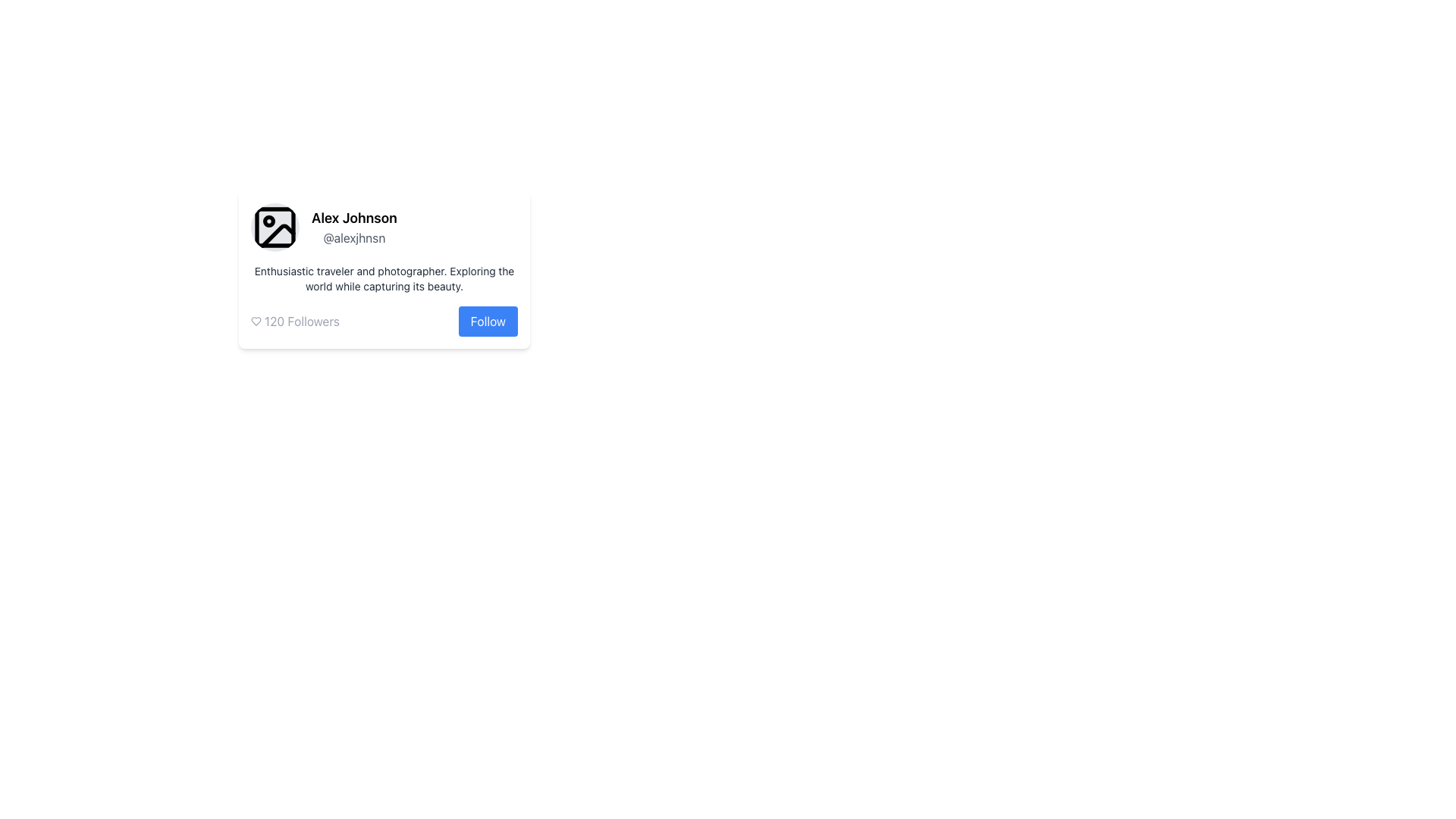 The image size is (1456, 819). I want to click on the small rectangular component with rounded corners that serves as a background within the profile image placeholder above the text 'Alex Johnson @alexjhsn', so click(275, 227).